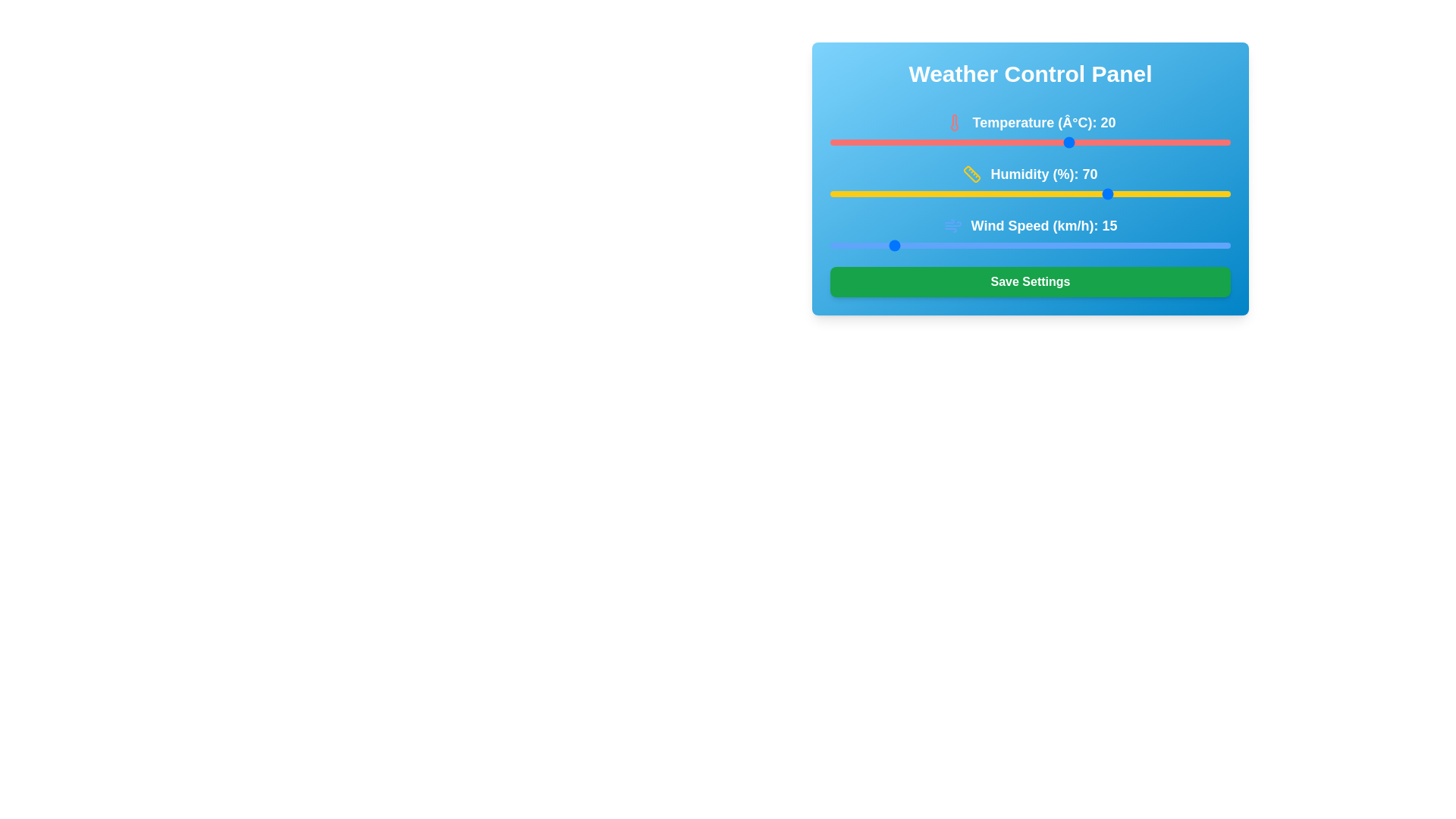 This screenshot has height=819, width=1456. Describe the element at coordinates (1178, 193) in the screenshot. I see `the humidity slider` at that location.